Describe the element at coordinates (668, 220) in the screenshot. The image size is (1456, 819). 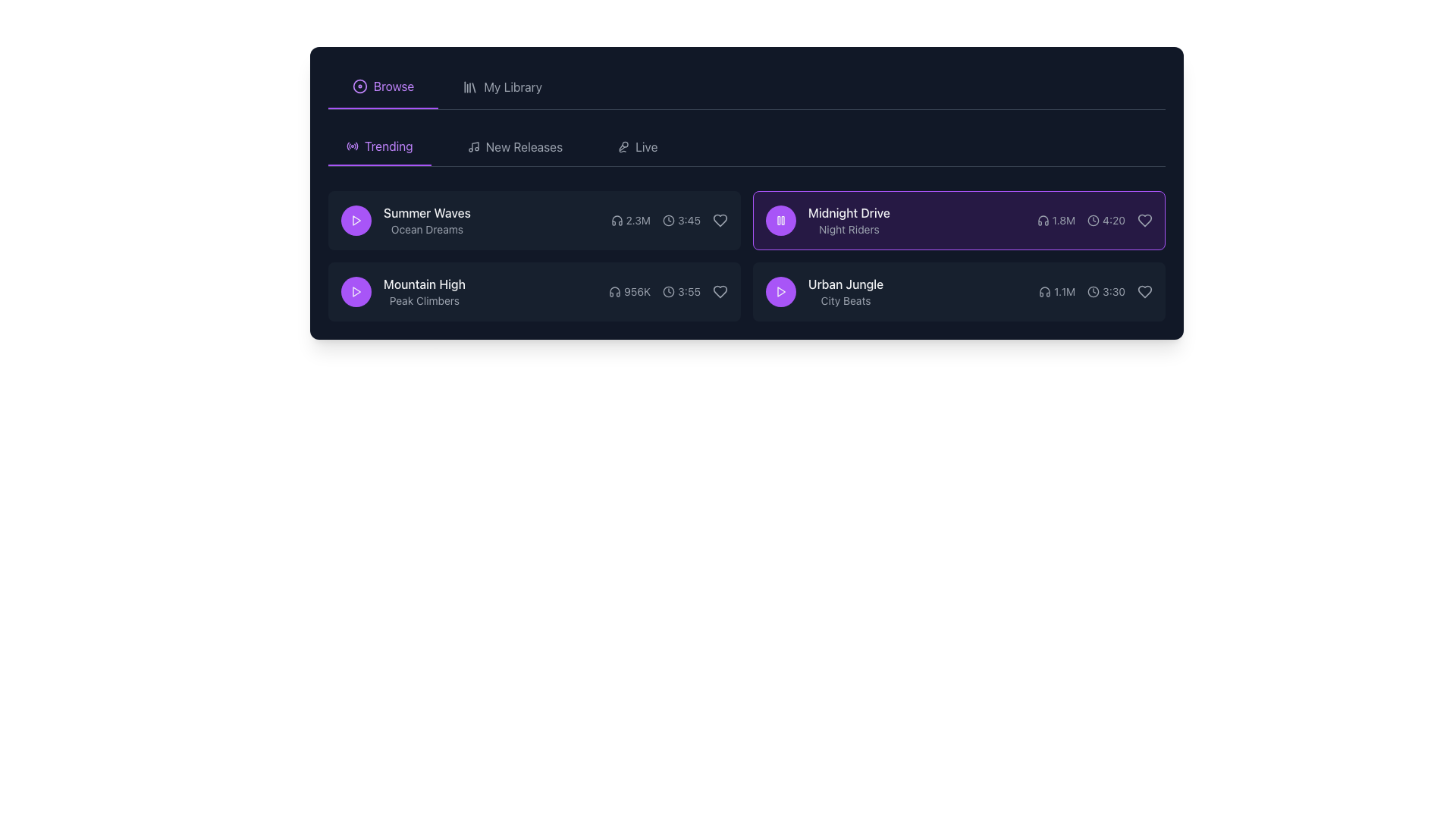
I see `the clock icon located to the left of the song 'Midnight Drive' and its duration` at that location.